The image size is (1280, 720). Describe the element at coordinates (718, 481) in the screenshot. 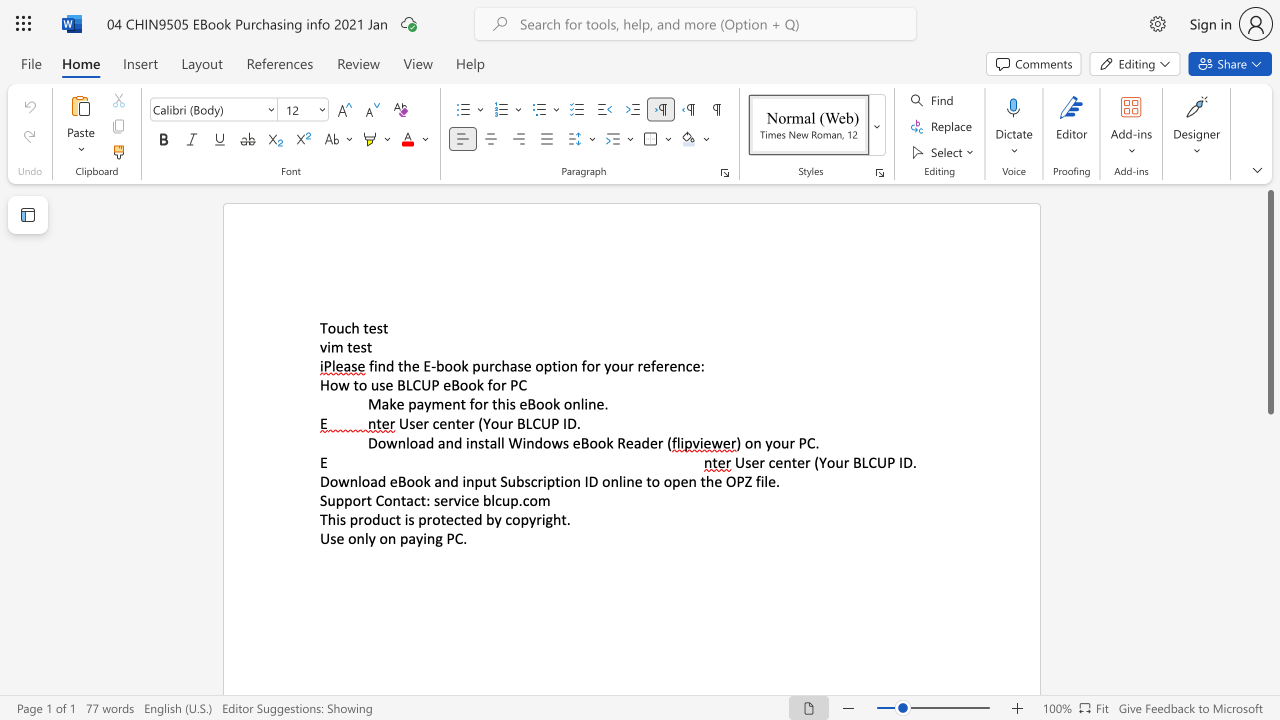

I see `the 4th character "e" in the text` at that location.